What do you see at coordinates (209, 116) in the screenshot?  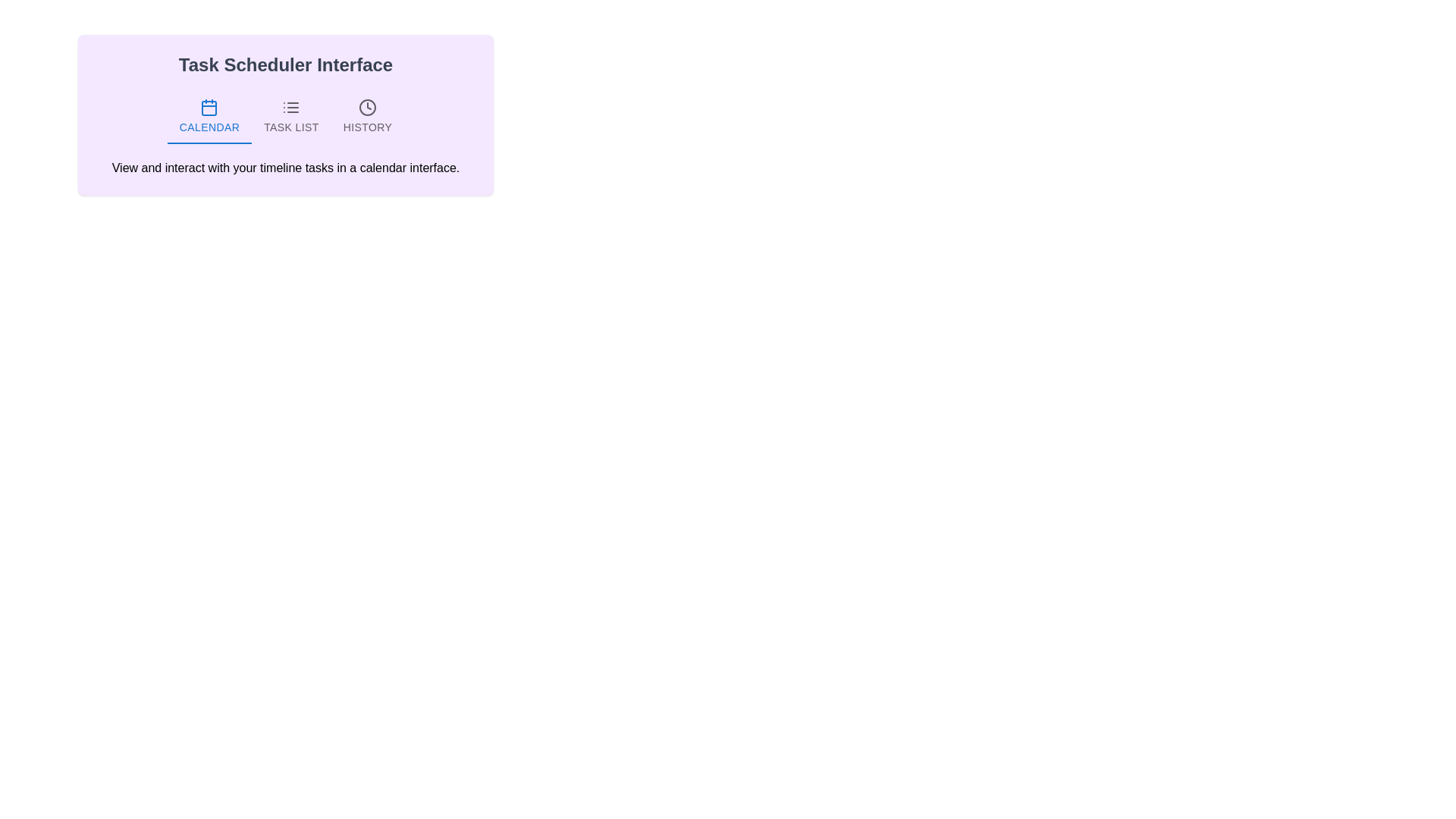 I see `the 'Calendar' tab, which features a calendar icon and is styled in blue to indicate the selected state, located at the leftmost position among the tabs` at bounding box center [209, 116].